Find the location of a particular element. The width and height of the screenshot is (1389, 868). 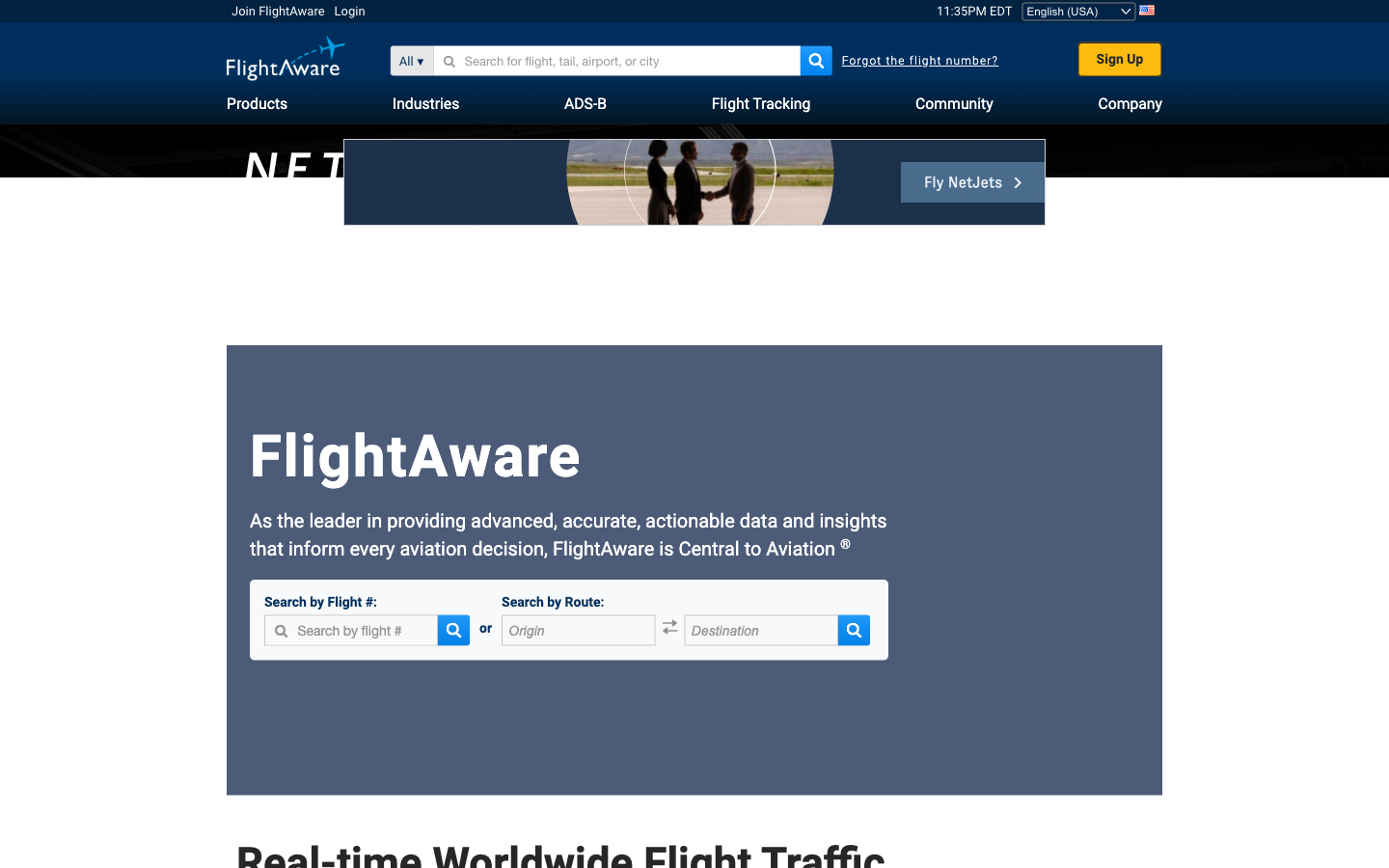

a flight search by entering "Pittsburgh" as the starting point and "JFK" as the destination, using keyboard controls to move between entry fields is located at coordinates (579, 632).